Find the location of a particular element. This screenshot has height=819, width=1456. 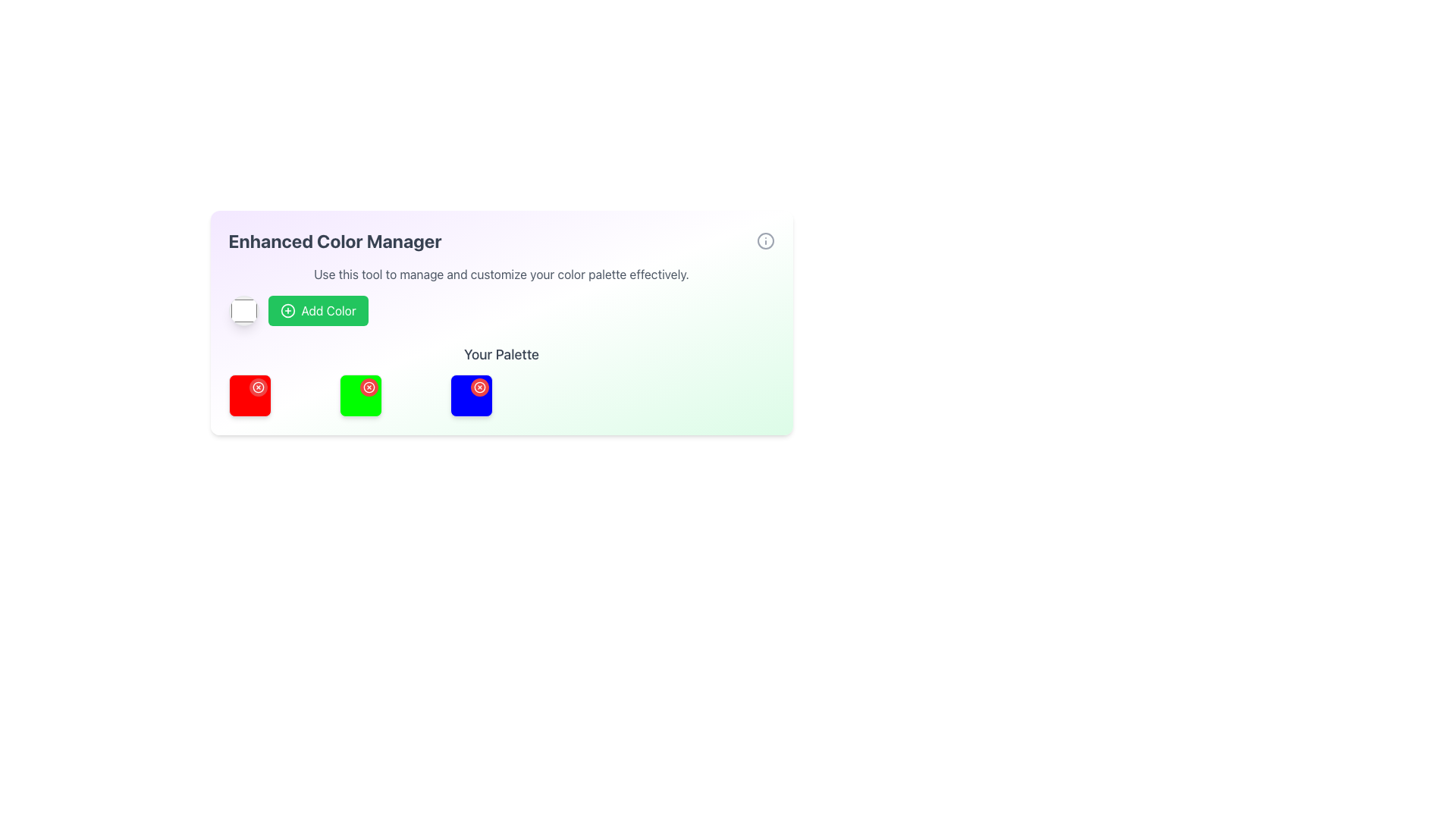

the text block that reads 'Use this tool to manage and customize your color palette effectively,' which is located below the title in the 'Enhanced Color Manager' card is located at coordinates (501, 275).